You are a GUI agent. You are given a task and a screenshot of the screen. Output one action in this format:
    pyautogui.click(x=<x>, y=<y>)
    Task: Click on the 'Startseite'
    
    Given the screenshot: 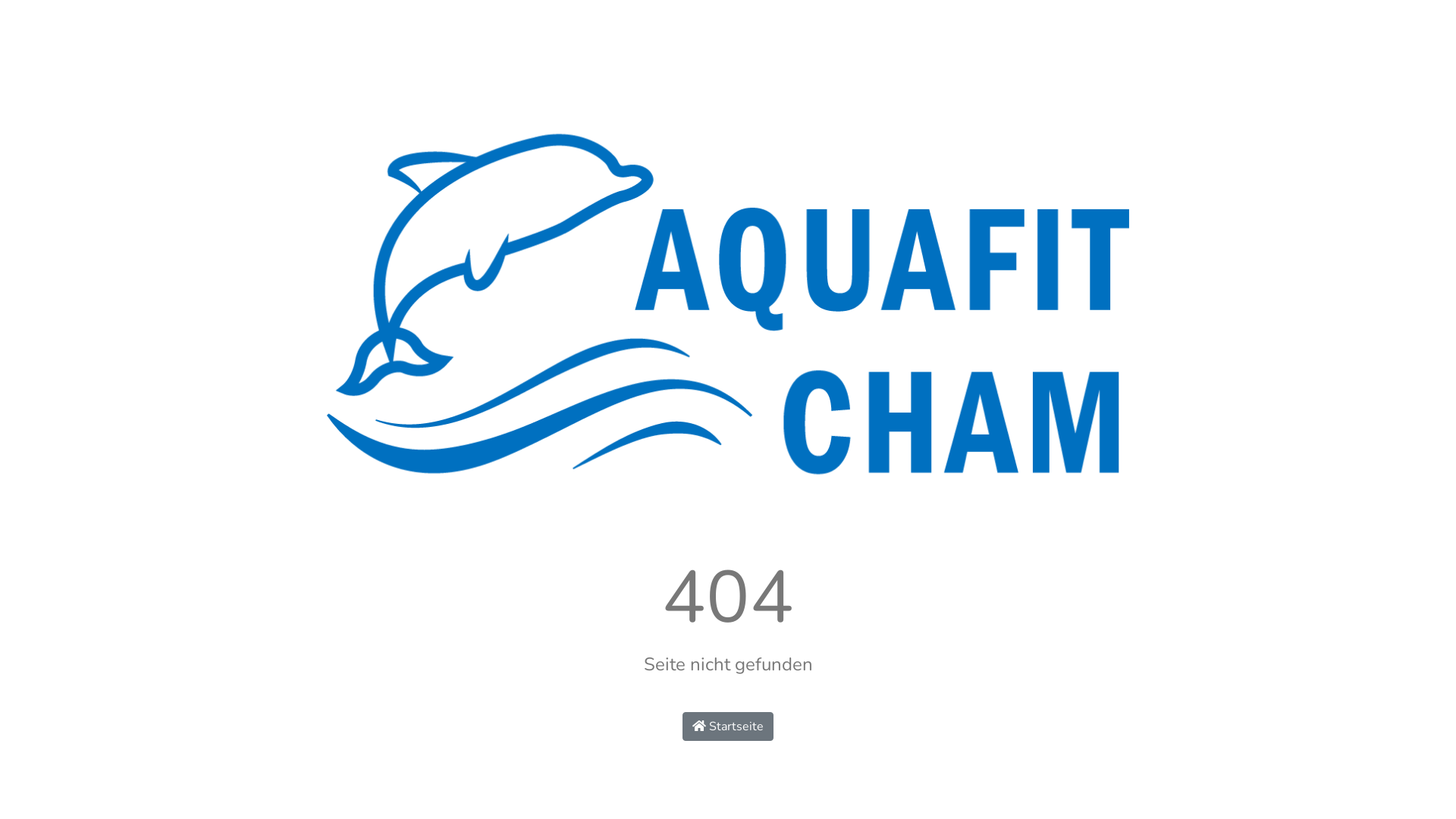 What is the action you would take?
    pyautogui.click(x=728, y=725)
    